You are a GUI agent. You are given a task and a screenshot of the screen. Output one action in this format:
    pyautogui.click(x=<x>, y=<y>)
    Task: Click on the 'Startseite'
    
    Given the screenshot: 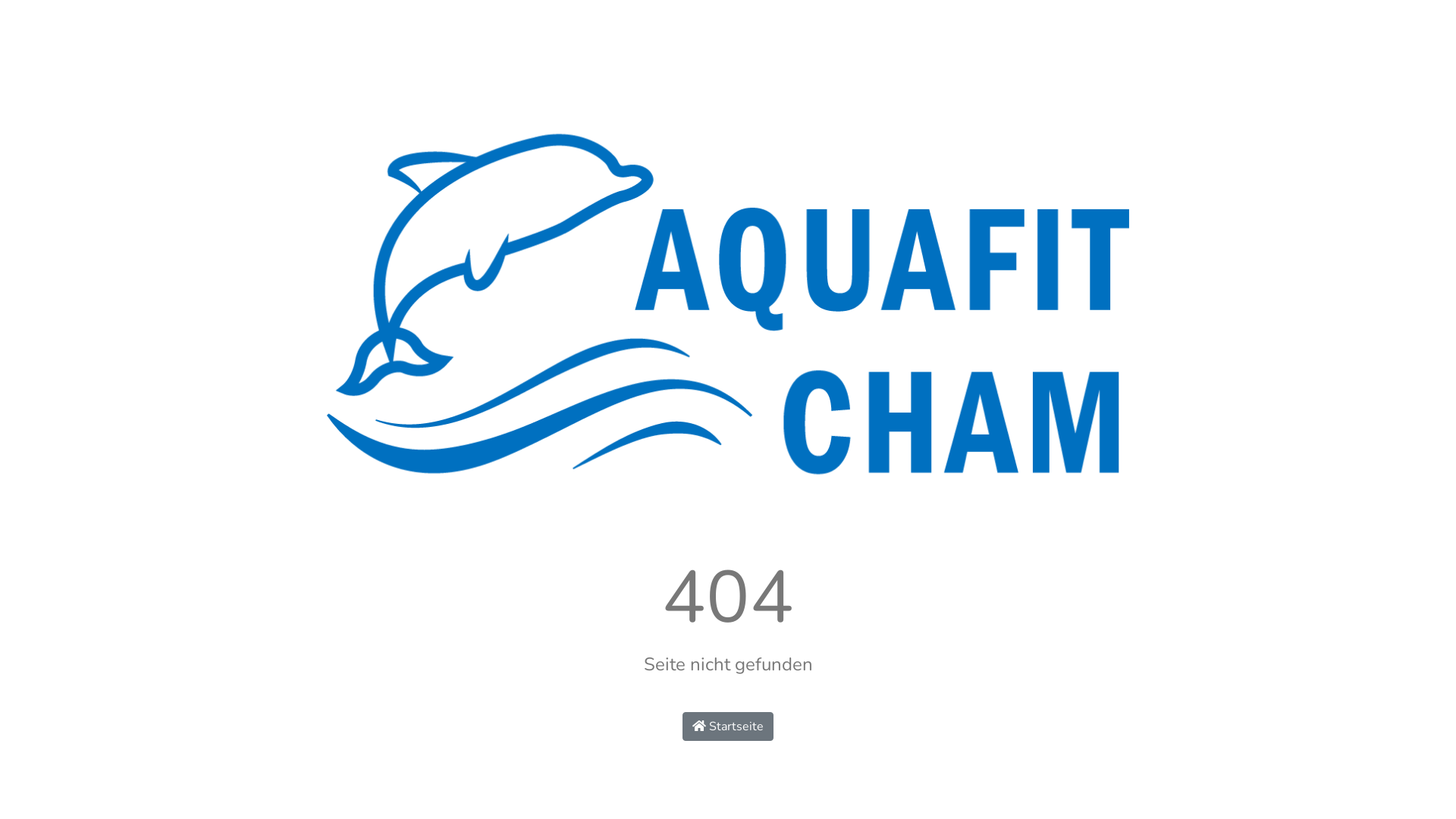 What is the action you would take?
    pyautogui.click(x=728, y=725)
    